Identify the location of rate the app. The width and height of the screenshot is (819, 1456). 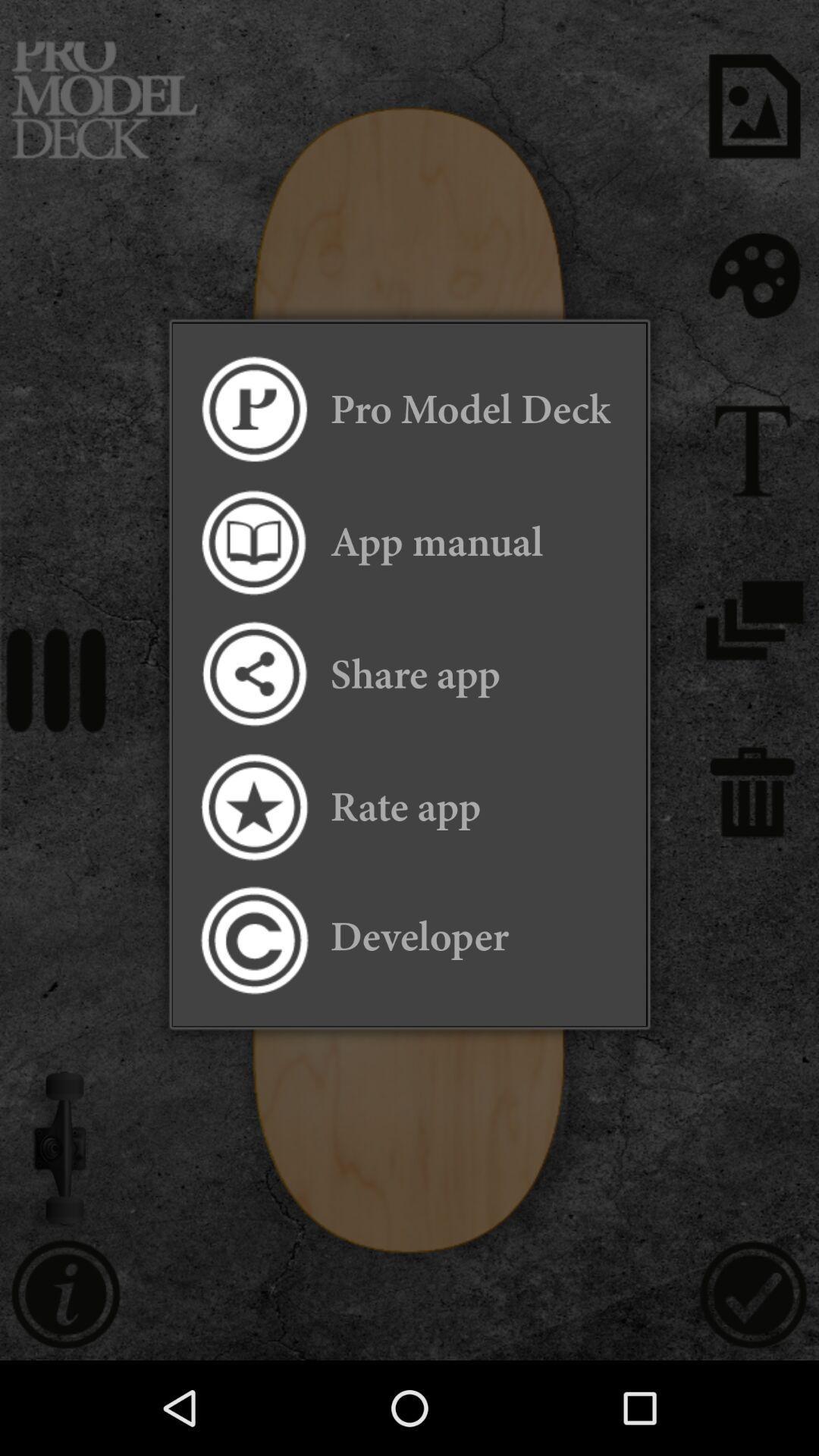
(253, 806).